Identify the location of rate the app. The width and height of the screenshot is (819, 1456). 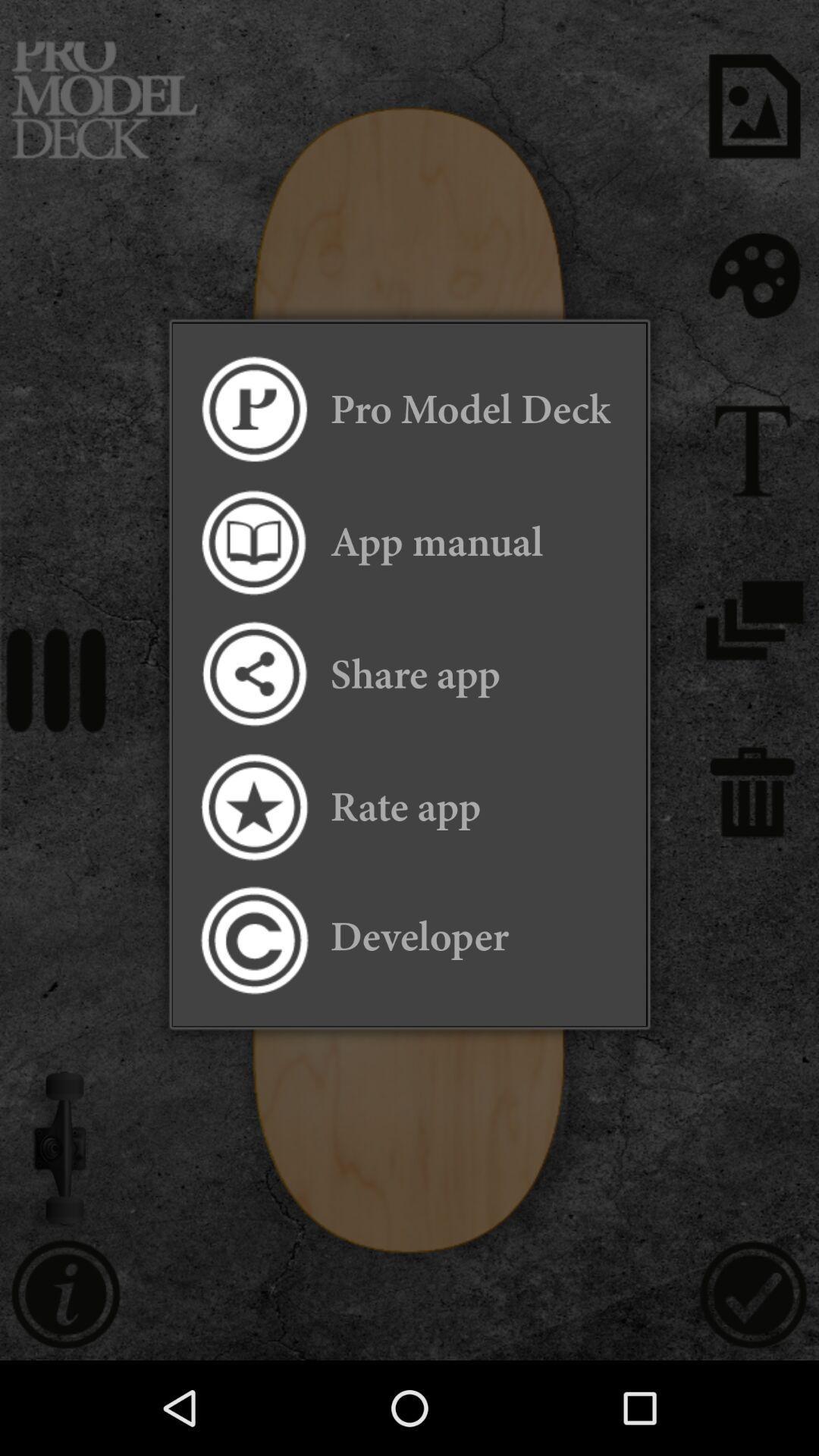
(253, 806).